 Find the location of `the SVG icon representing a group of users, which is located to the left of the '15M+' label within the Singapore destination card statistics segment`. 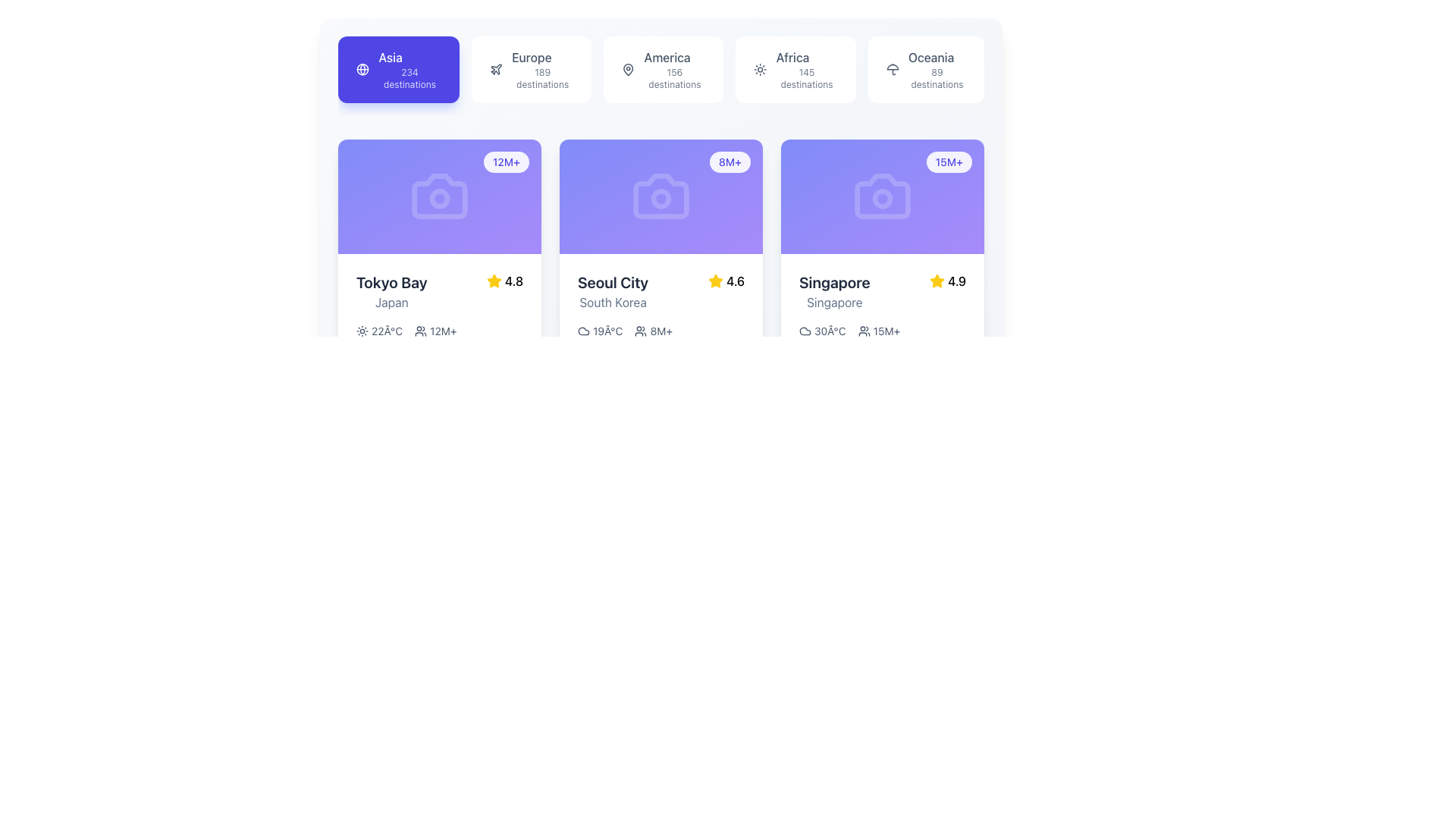

the SVG icon representing a group of users, which is located to the left of the '15M+' label within the Singapore destination card statistics segment is located at coordinates (864, 330).